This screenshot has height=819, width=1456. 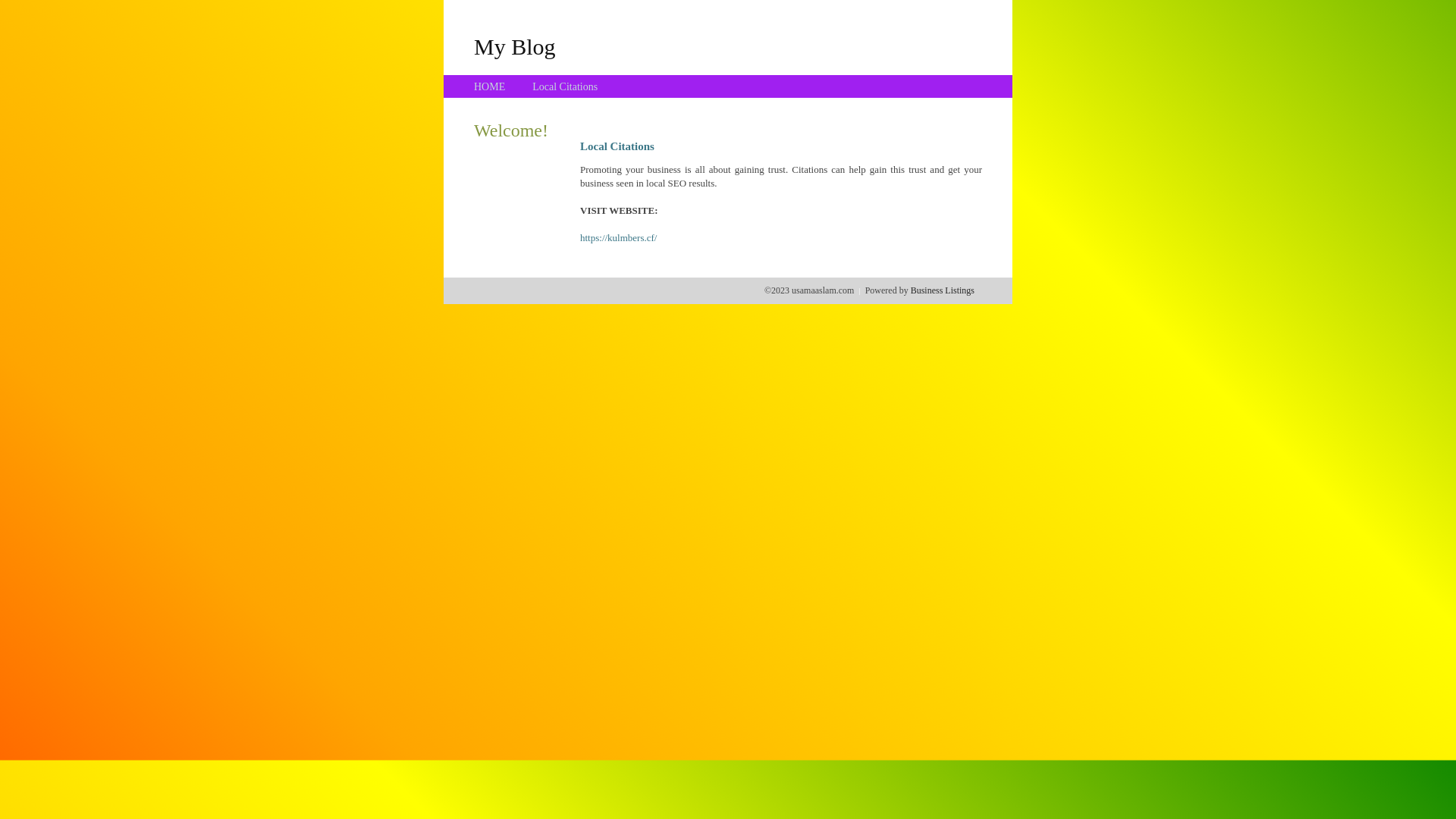 What do you see at coordinates (942, 290) in the screenshot?
I see `'Business Listings'` at bounding box center [942, 290].